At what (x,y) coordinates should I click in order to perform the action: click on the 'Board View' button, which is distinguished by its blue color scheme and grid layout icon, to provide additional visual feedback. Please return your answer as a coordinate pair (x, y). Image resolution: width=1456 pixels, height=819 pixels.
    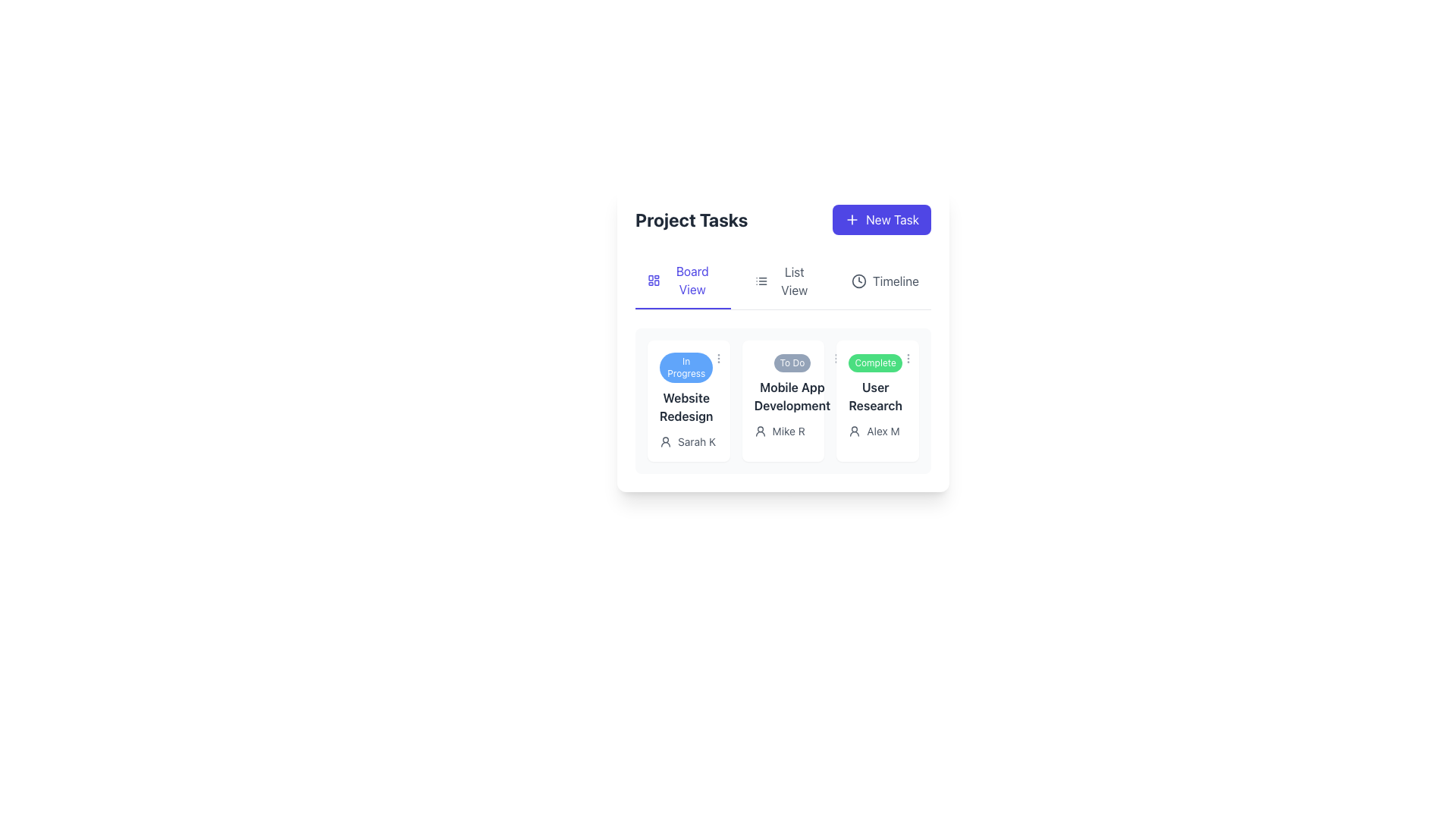
    Looking at the image, I should click on (682, 281).